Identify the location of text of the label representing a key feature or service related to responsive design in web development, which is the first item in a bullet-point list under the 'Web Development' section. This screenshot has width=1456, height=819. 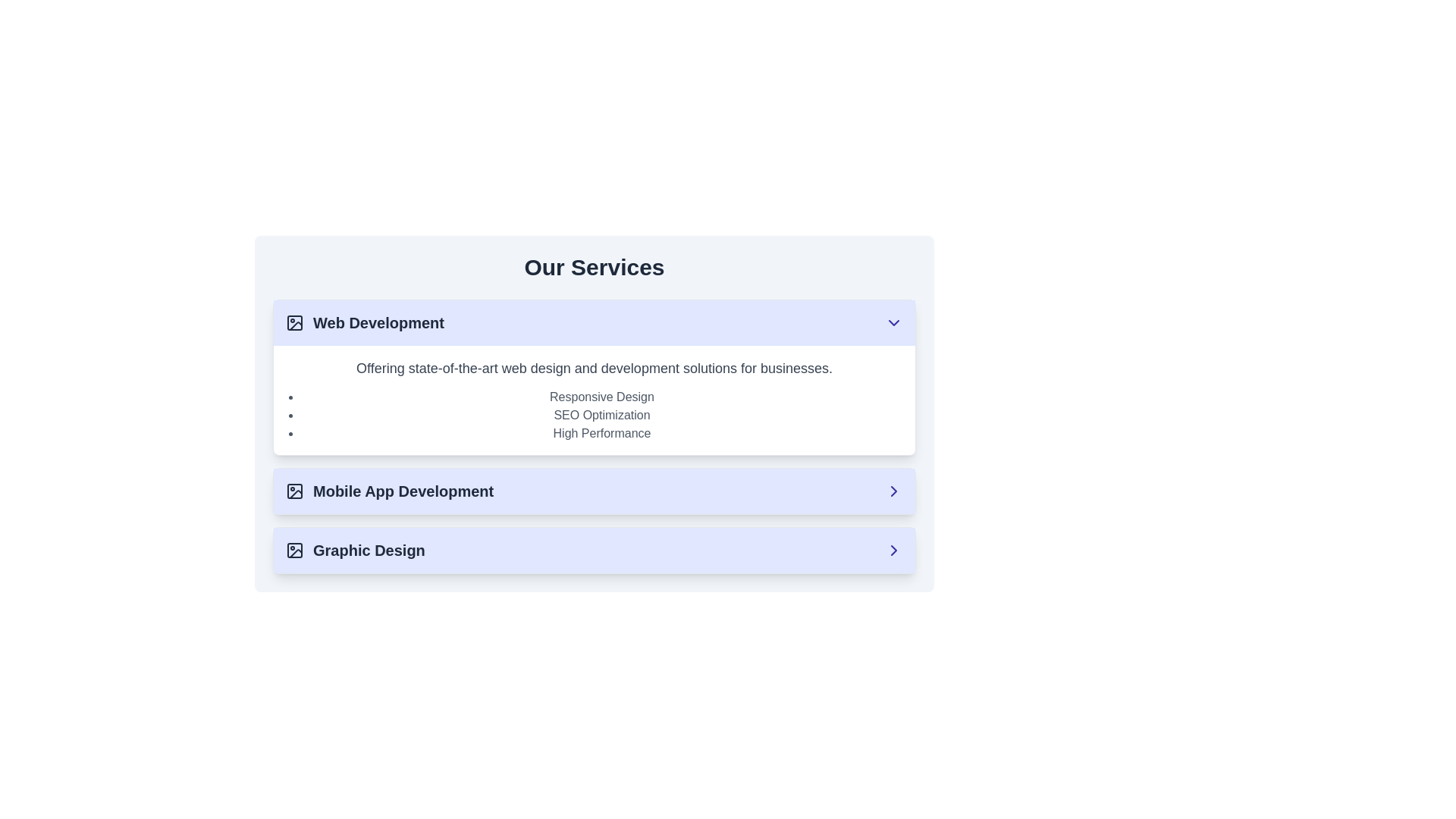
(601, 397).